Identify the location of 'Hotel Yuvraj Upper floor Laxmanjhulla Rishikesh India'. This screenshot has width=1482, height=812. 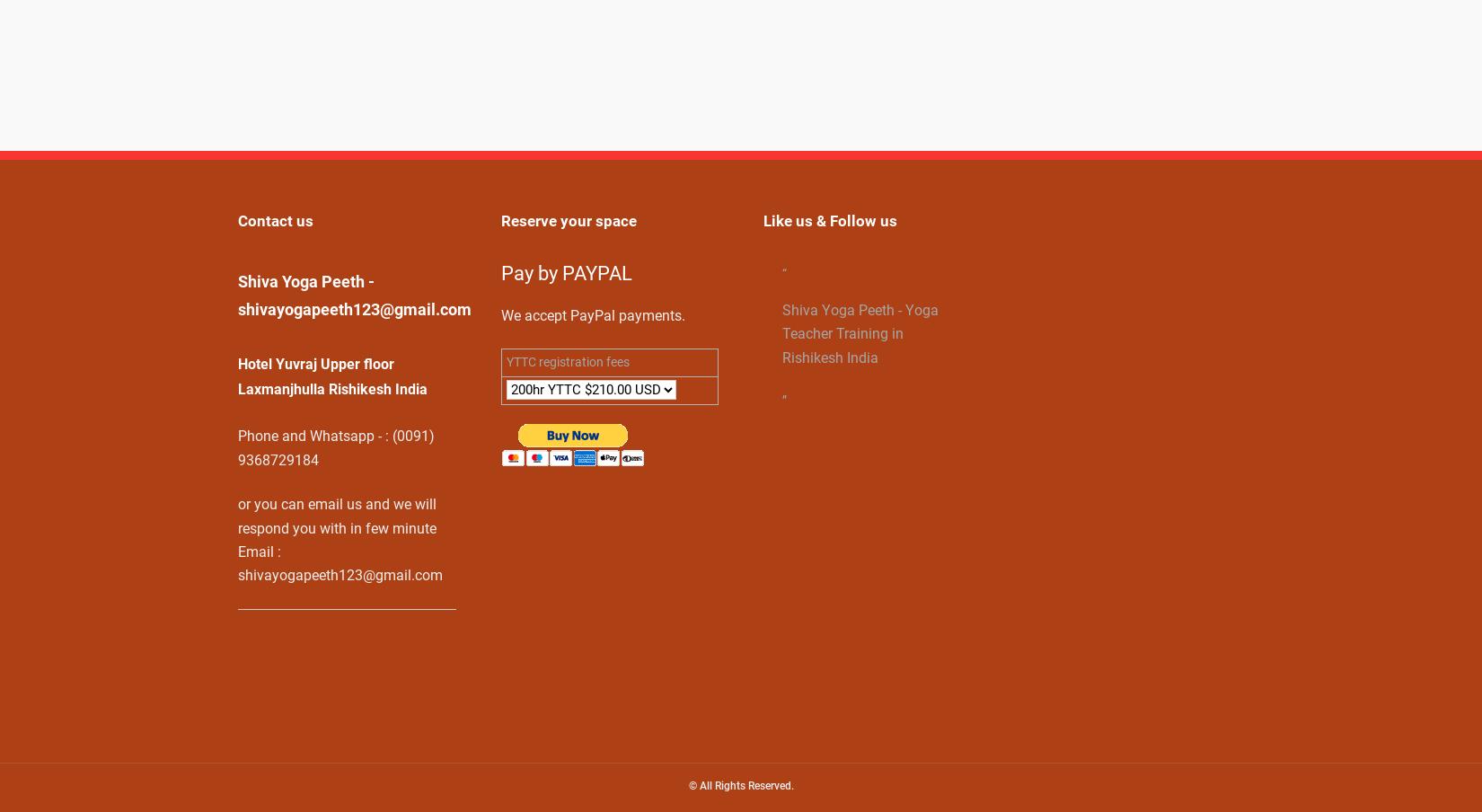
(332, 376).